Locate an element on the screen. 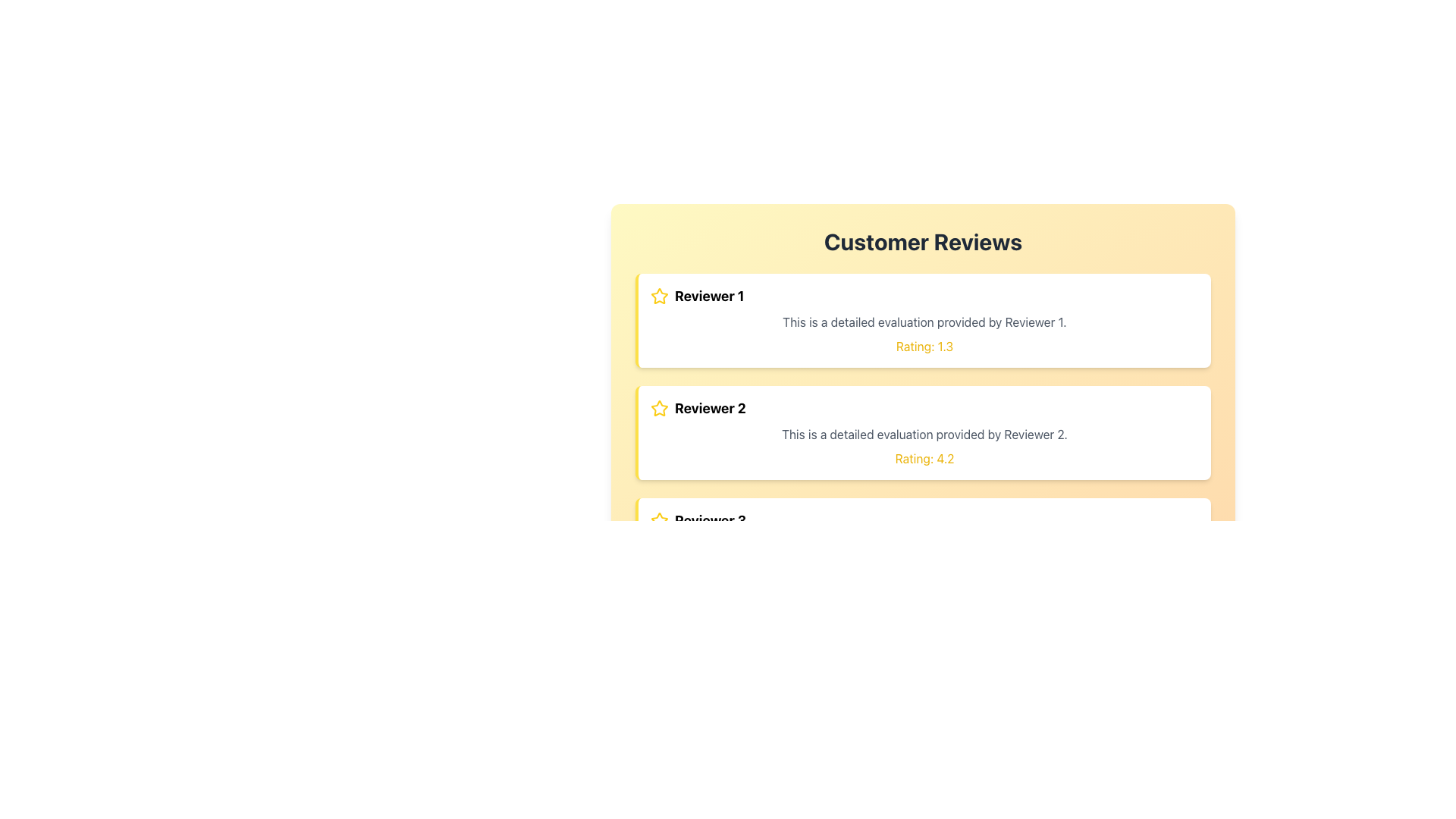 This screenshot has height=819, width=1456. the 'Reviewer 1' text label, which serves as the header for the review card and is located next to a yellow star icon in the top-left section of the first reviewer card is located at coordinates (708, 296).